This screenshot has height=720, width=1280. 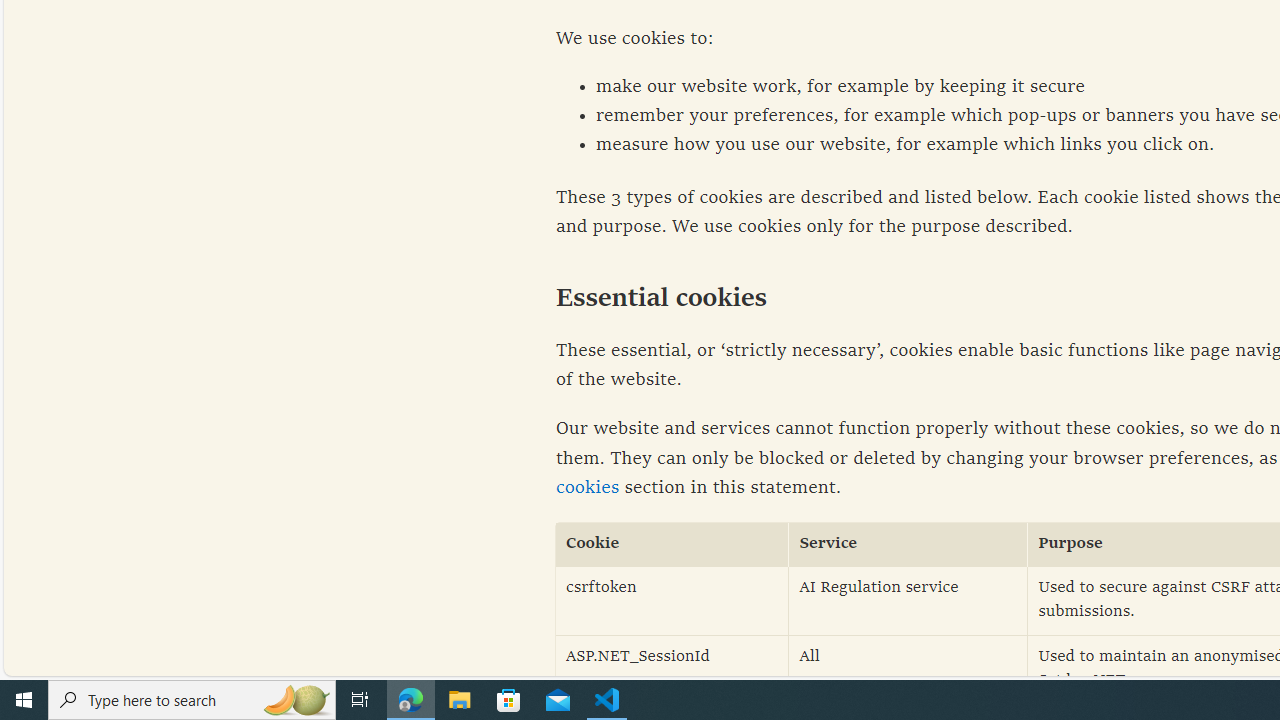 What do you see at coordinates (672, 669) in the screenshot?
I see `'ASP.NET_SessionId'` at bounding box center [672, 669].